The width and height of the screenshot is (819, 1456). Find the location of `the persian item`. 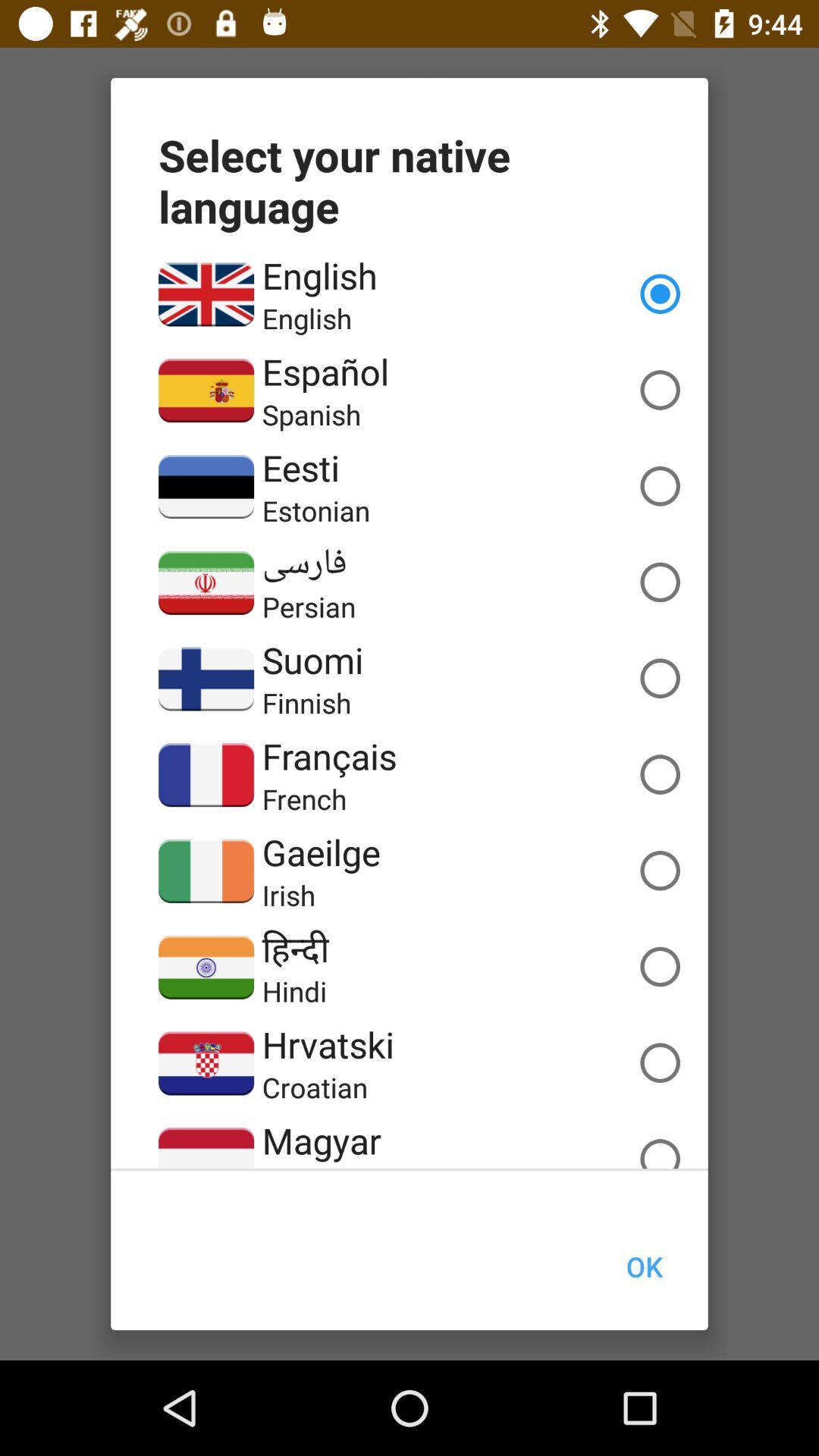

the persian item is located at coordinates (308, 607).